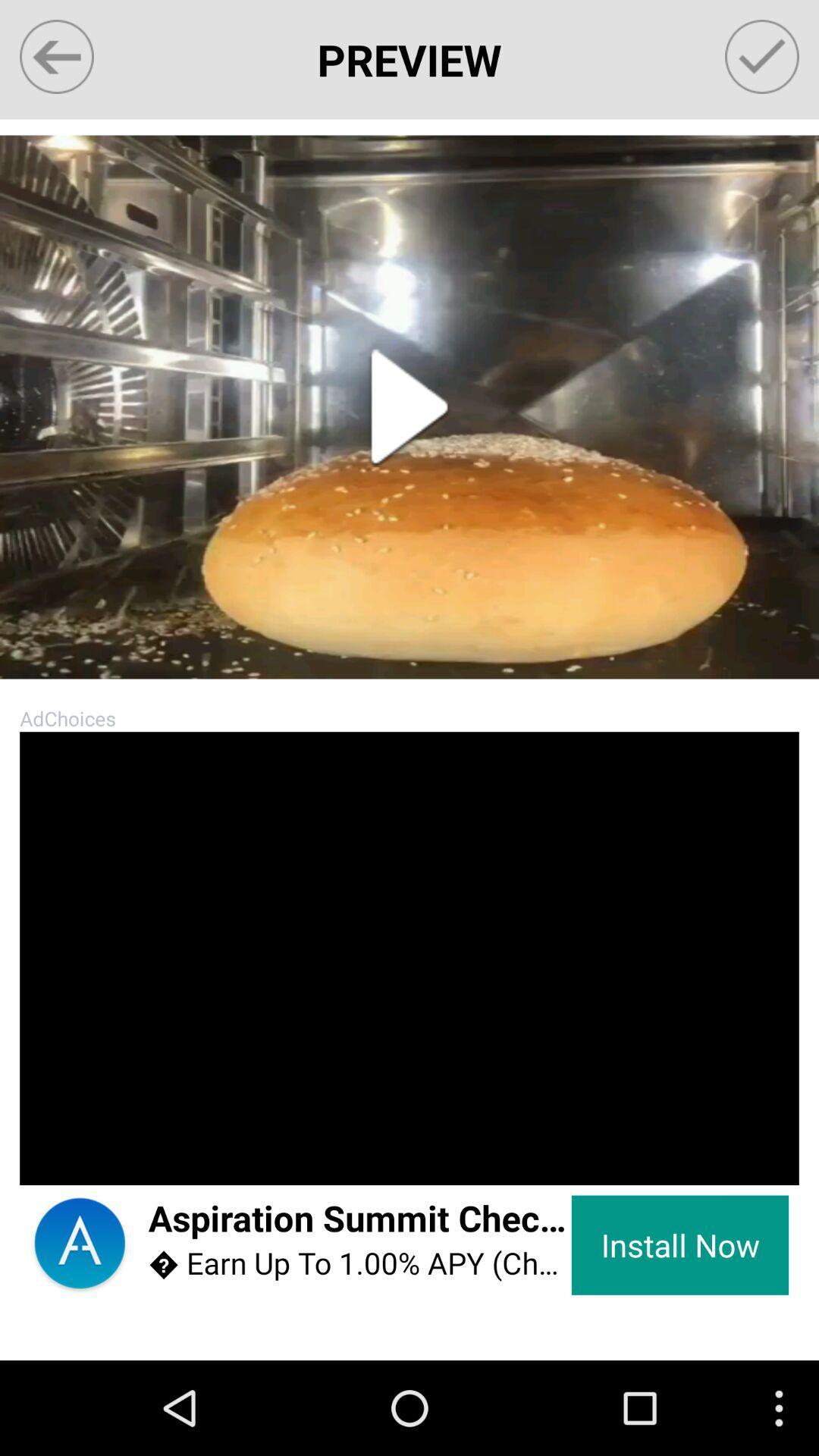 Image resolution: width=819 pixels, height=1456 pixels. I want to click on mark as done, so click(762, 57).